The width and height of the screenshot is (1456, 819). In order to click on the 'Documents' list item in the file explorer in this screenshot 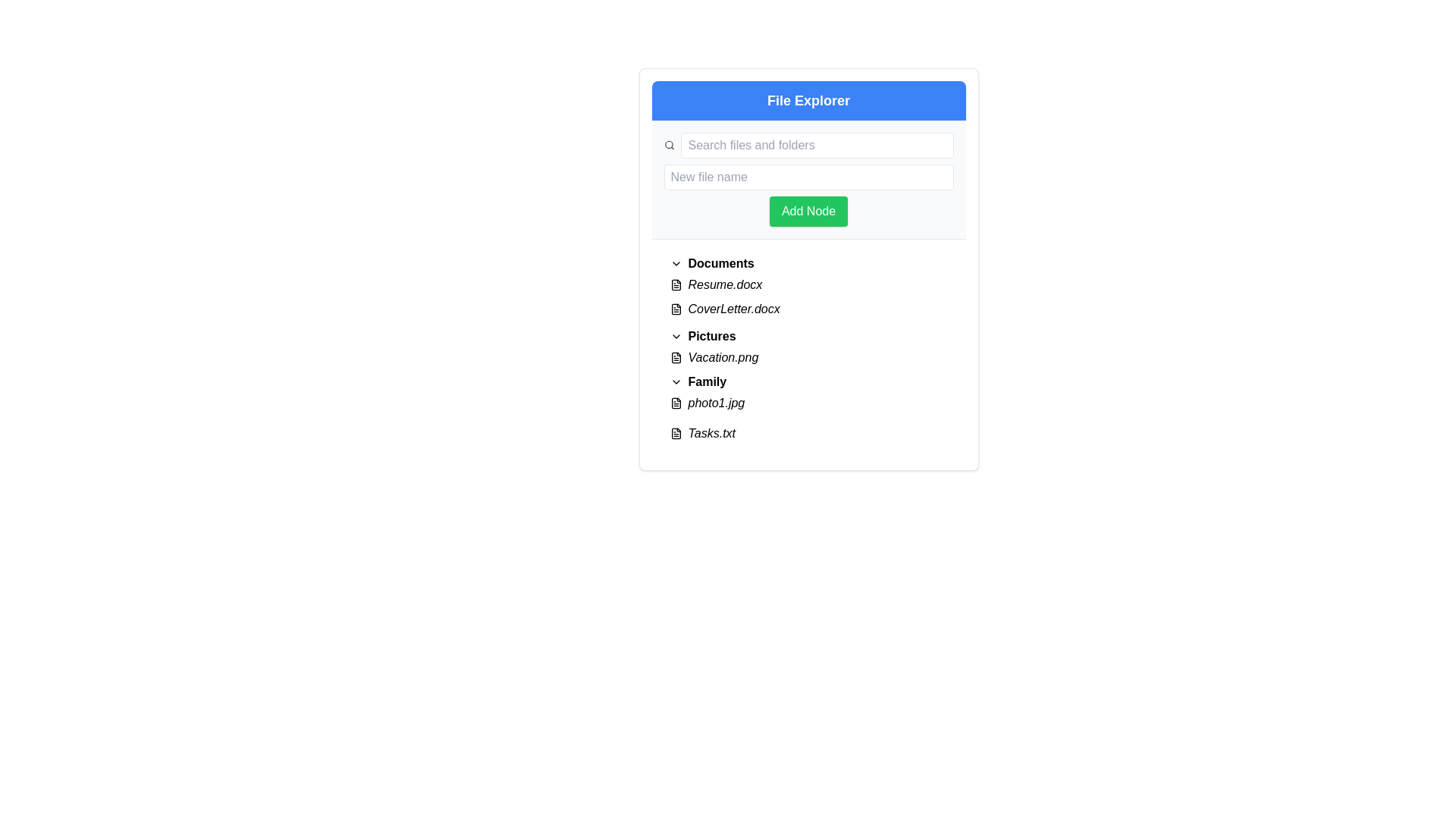, I will do `click(808, 288)`.